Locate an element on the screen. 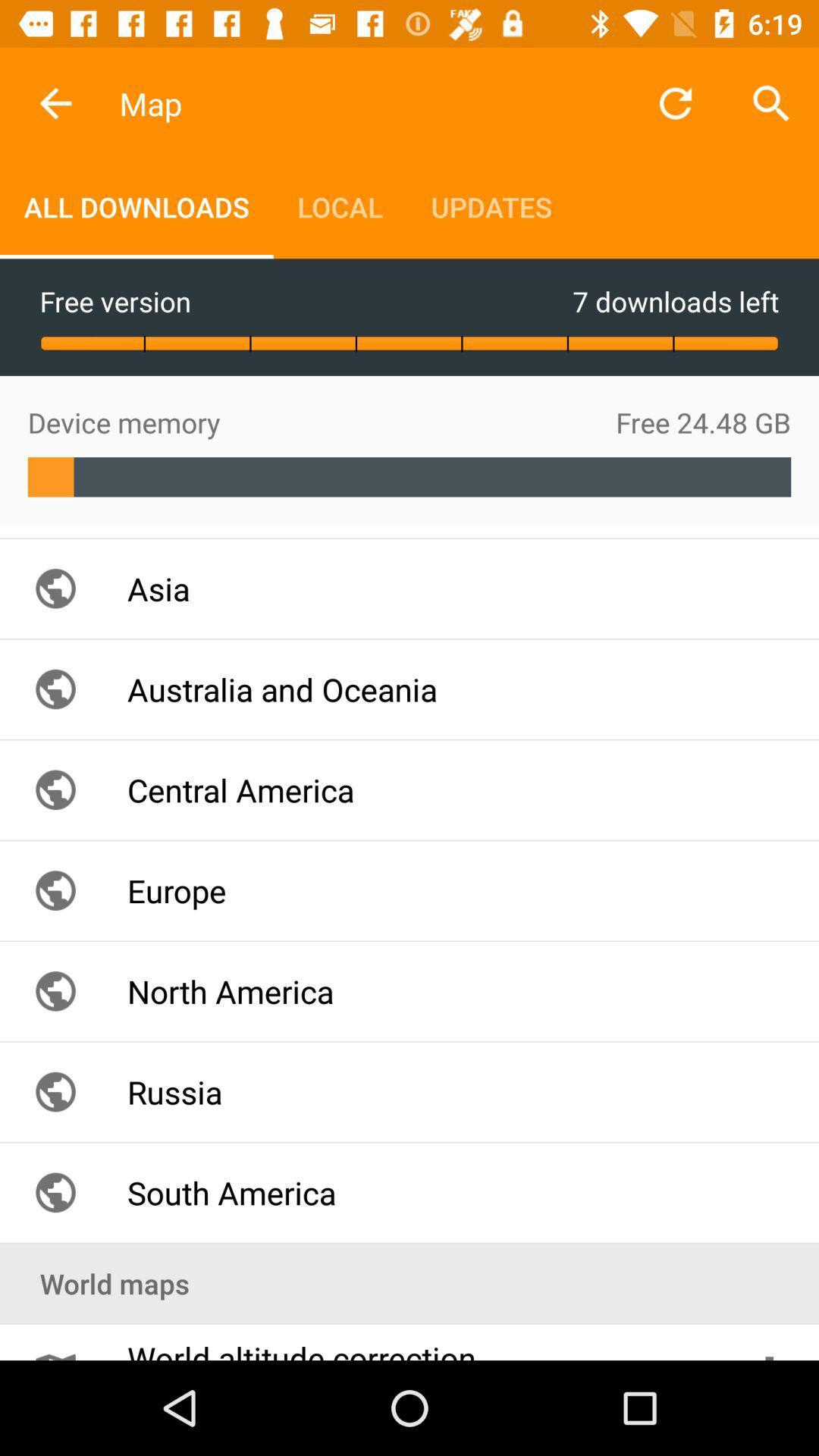  item to the right of world altitude correction item is located at coordinates (769, 1342).